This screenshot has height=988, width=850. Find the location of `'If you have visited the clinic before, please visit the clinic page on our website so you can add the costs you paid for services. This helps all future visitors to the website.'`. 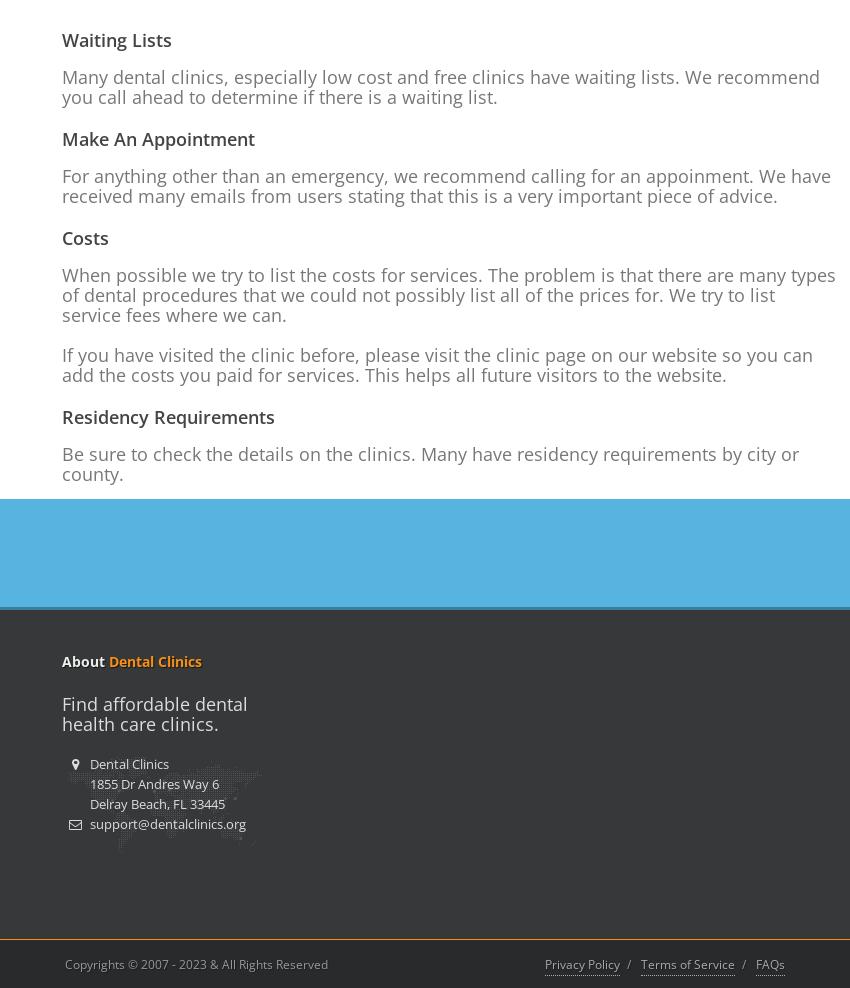

'If you have visited the clinic before, please visit the clinic page on our website so you can add the costs you paid for services. This helps all future visitors to the website.' is located at coordinates (61, 364).